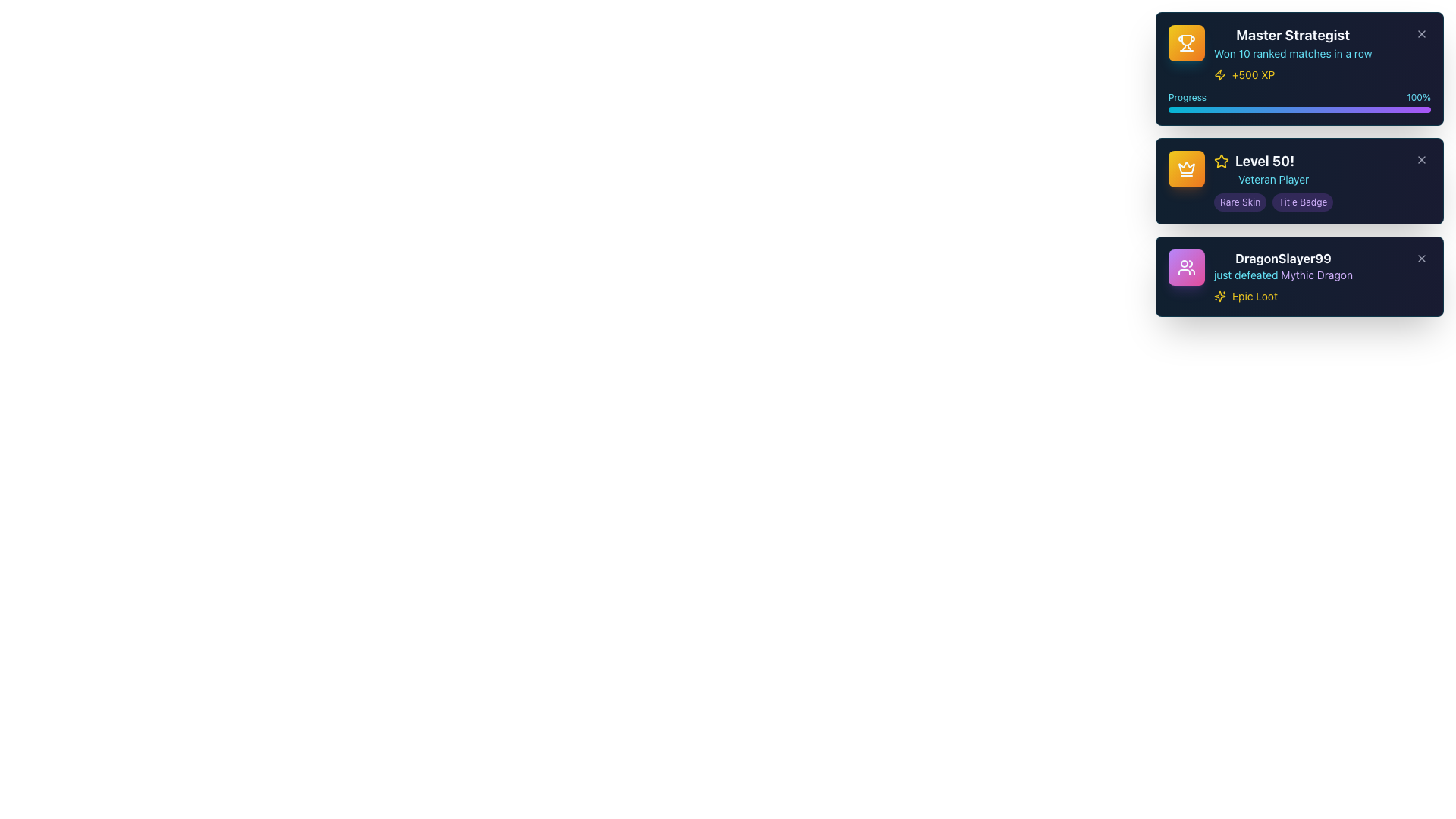 Image resolution: width=1456 pixels, height=819 pixels. Describe the element at coordinates (1185, 167) in the screenshot. I see `the crown icon representing the 'Level 50!' achievement located in the second notification card from the top in the right-hand column of the interface` at that location.